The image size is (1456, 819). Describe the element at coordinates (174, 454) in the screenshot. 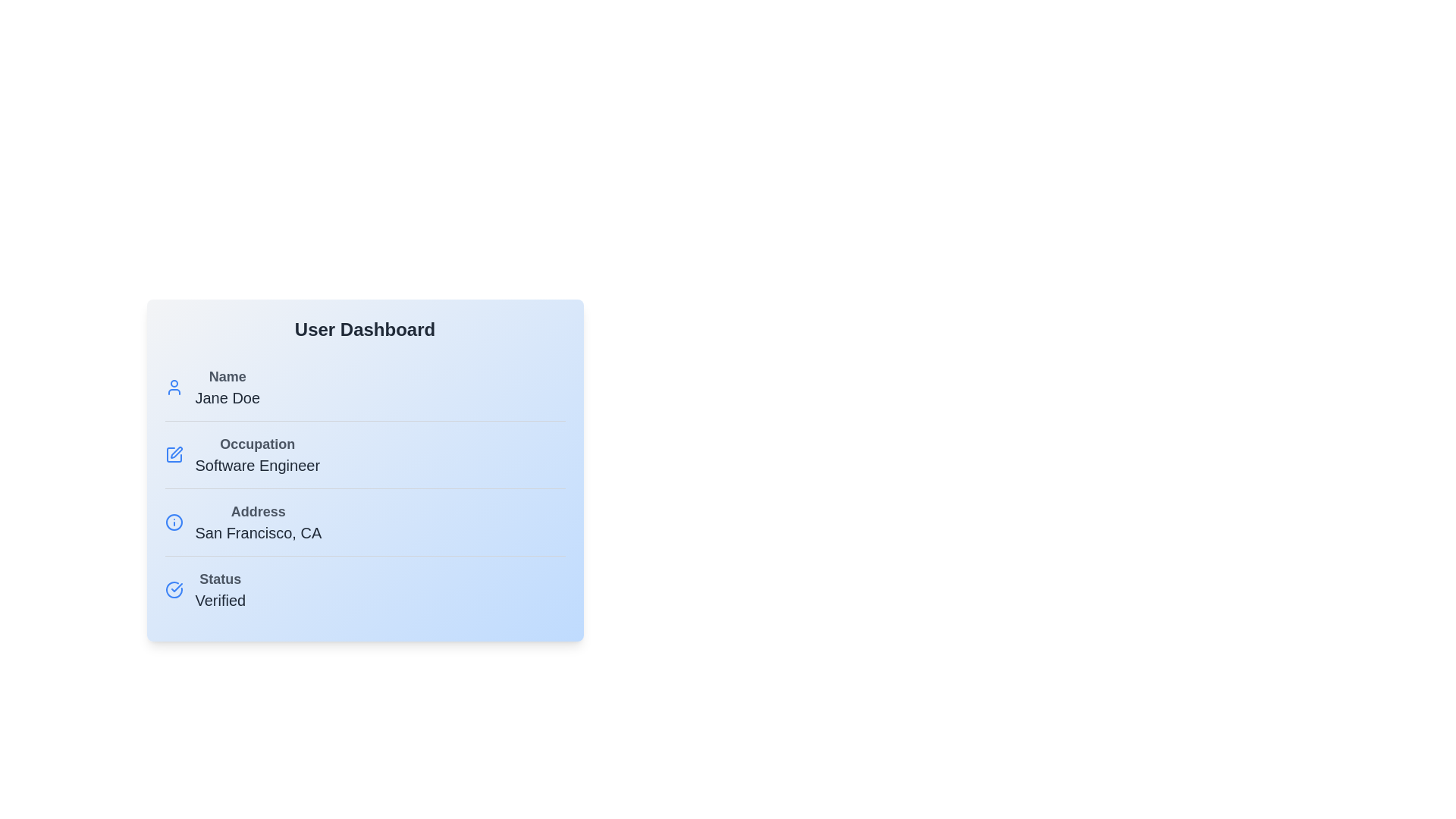

I see `the editing icon, which is a graphic representing a square outline with a pen-like stroke, located in the second row of the user dashboard next to the 'Occupation' label` at that location.